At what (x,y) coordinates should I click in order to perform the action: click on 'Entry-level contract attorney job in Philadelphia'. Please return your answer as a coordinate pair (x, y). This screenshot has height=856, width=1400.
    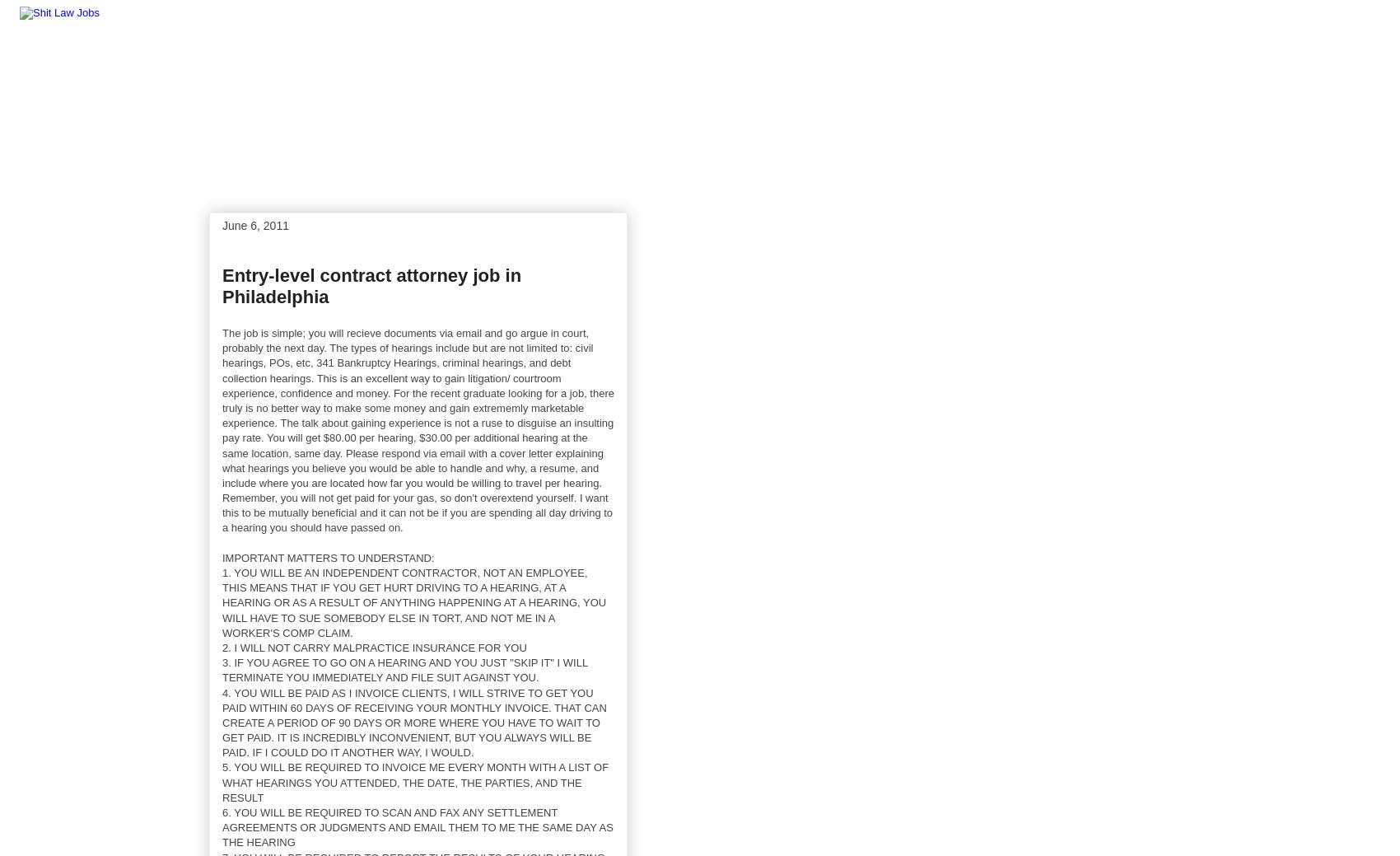
    Looking at the image, I should click on (371, 285).